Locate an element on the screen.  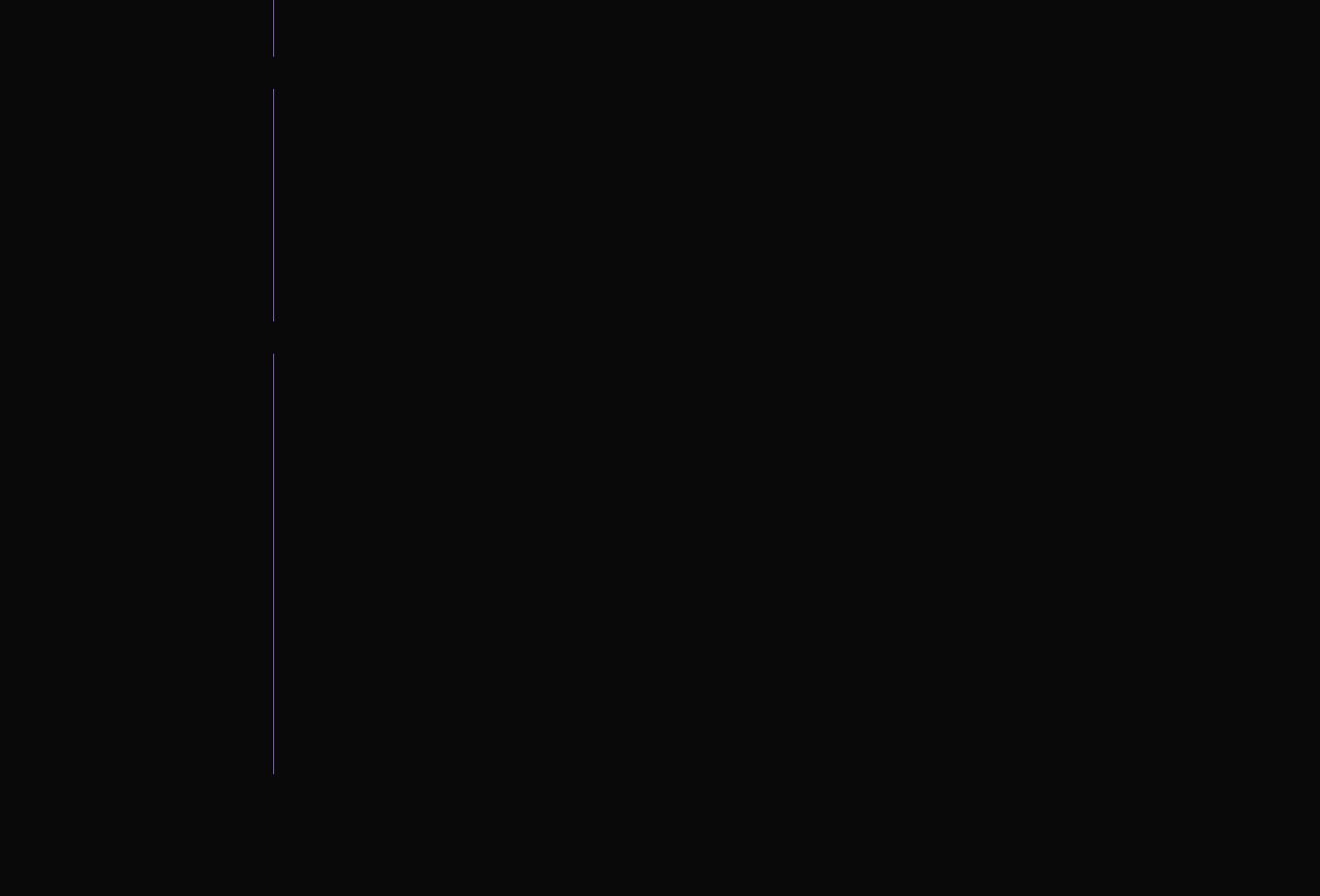
'First Avenue' is located at coordinates (185, 598).